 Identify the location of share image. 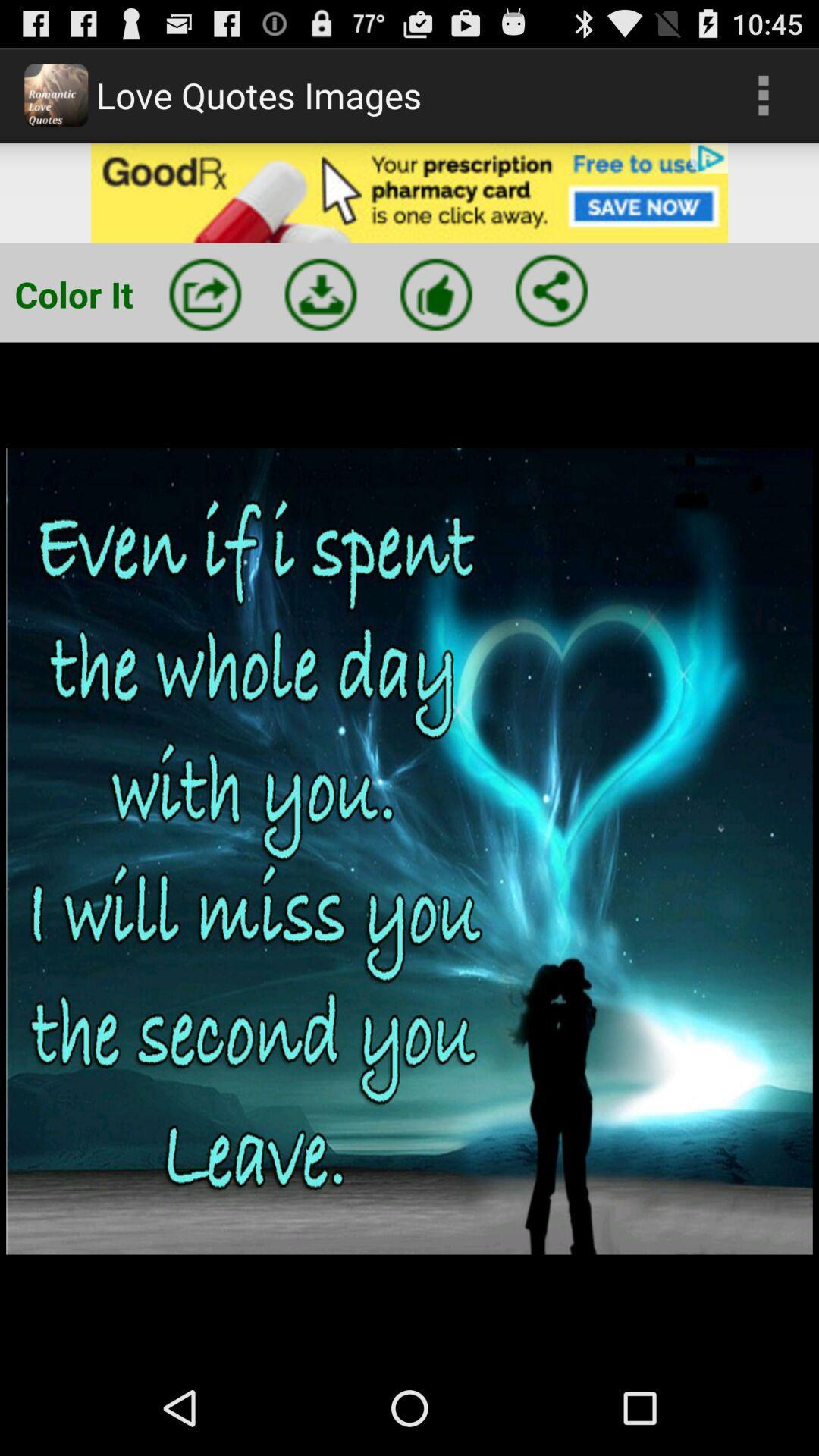
(205, 294).